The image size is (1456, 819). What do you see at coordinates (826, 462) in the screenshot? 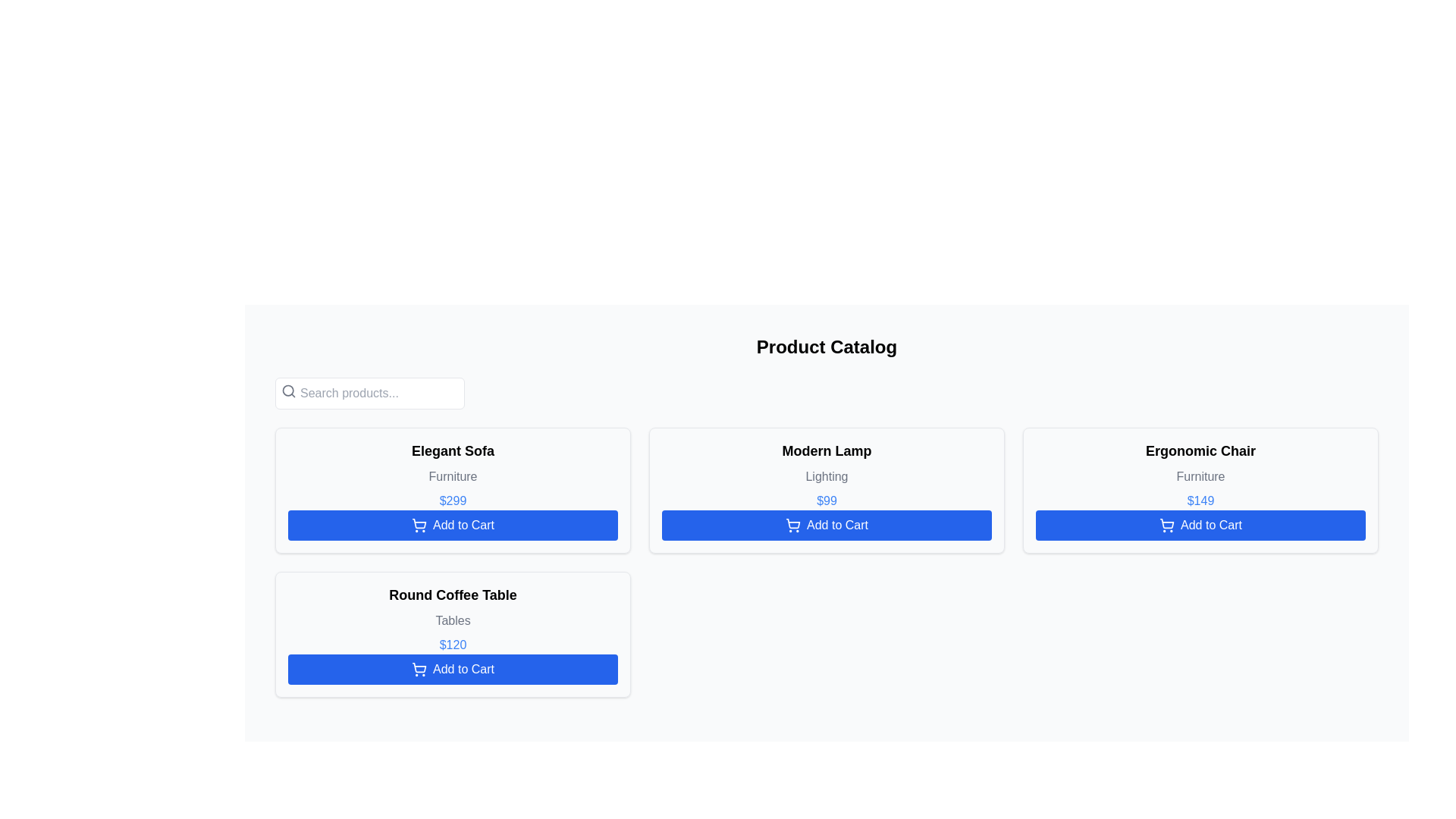
I see `text label displaying the title 'Modern Lamp' and its category located in the central tile of the product display` at bounding box center [826, 462].